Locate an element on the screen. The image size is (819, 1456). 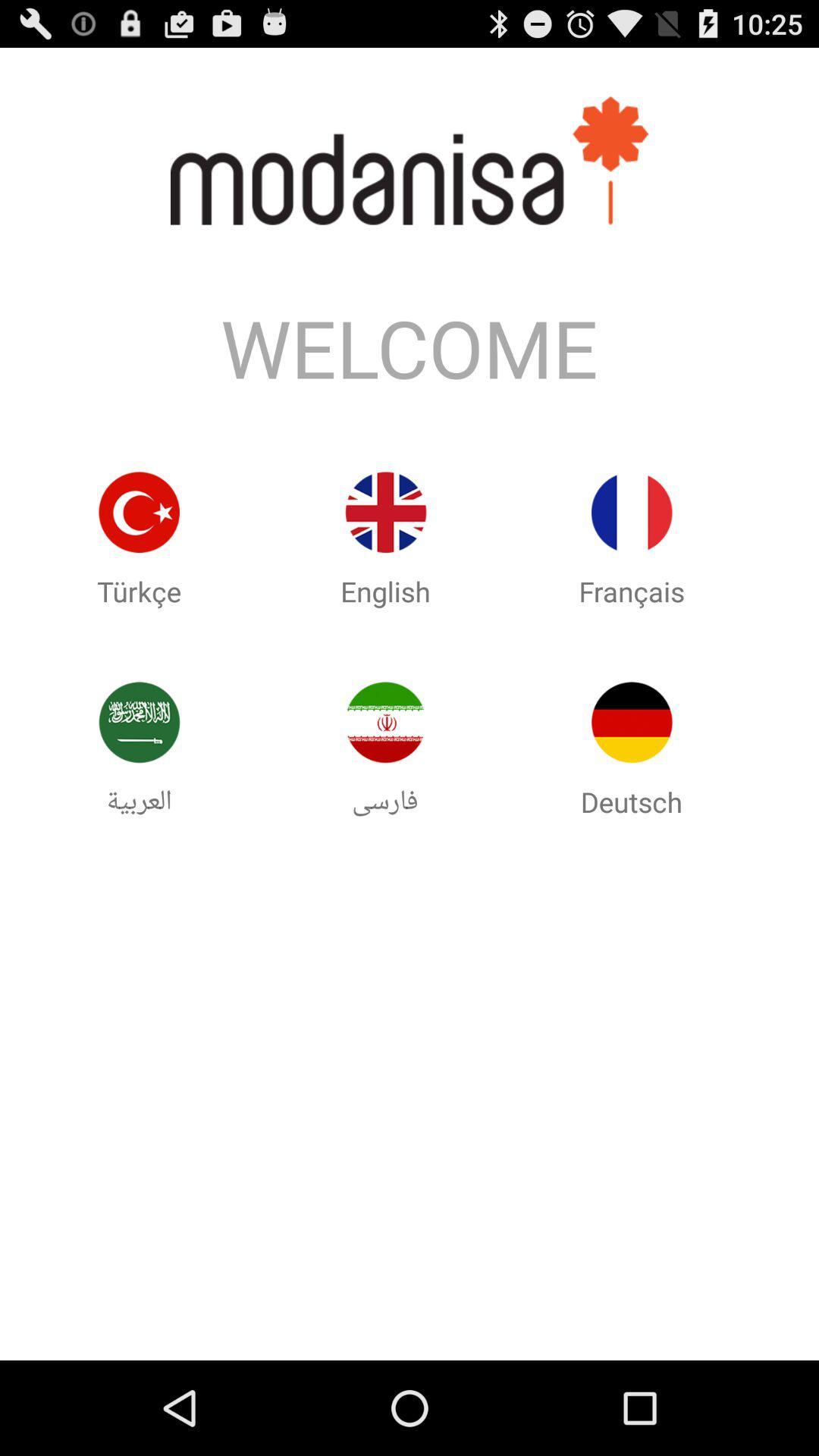
icon on the left side of english is located at coordinates (140, 513).